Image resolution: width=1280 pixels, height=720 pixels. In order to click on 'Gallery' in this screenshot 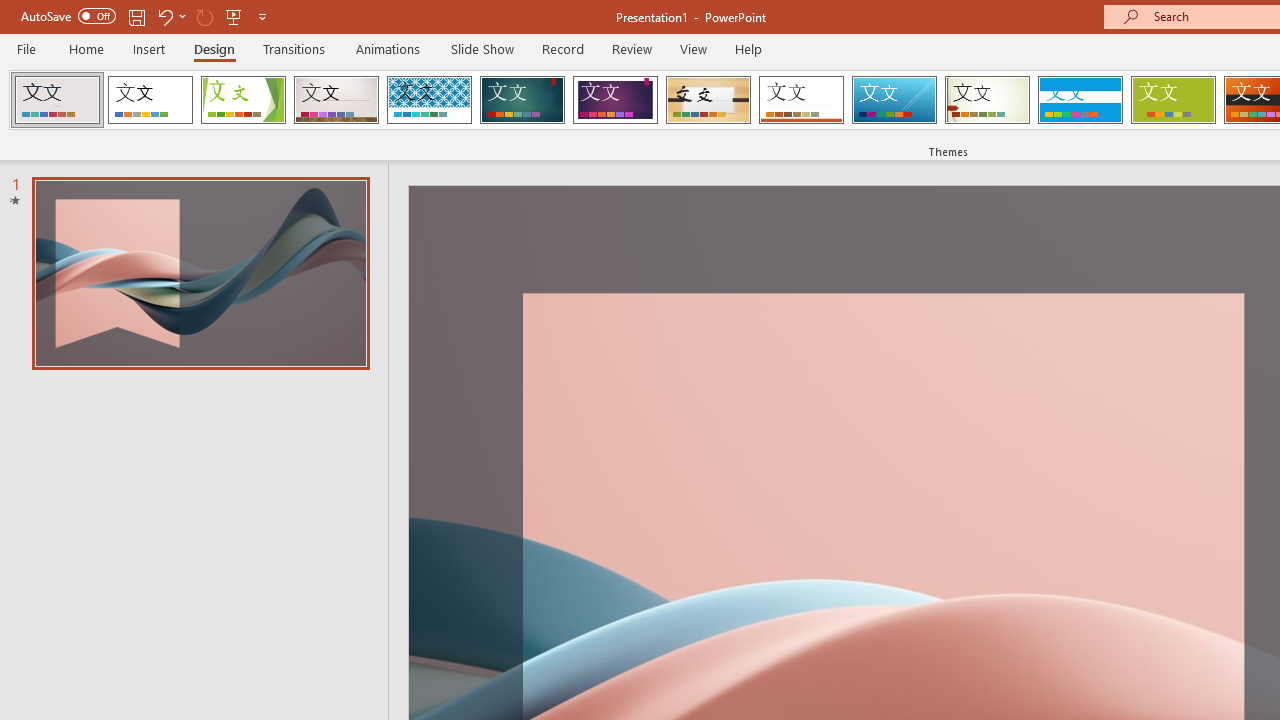, I will do `click(336, 100)`.